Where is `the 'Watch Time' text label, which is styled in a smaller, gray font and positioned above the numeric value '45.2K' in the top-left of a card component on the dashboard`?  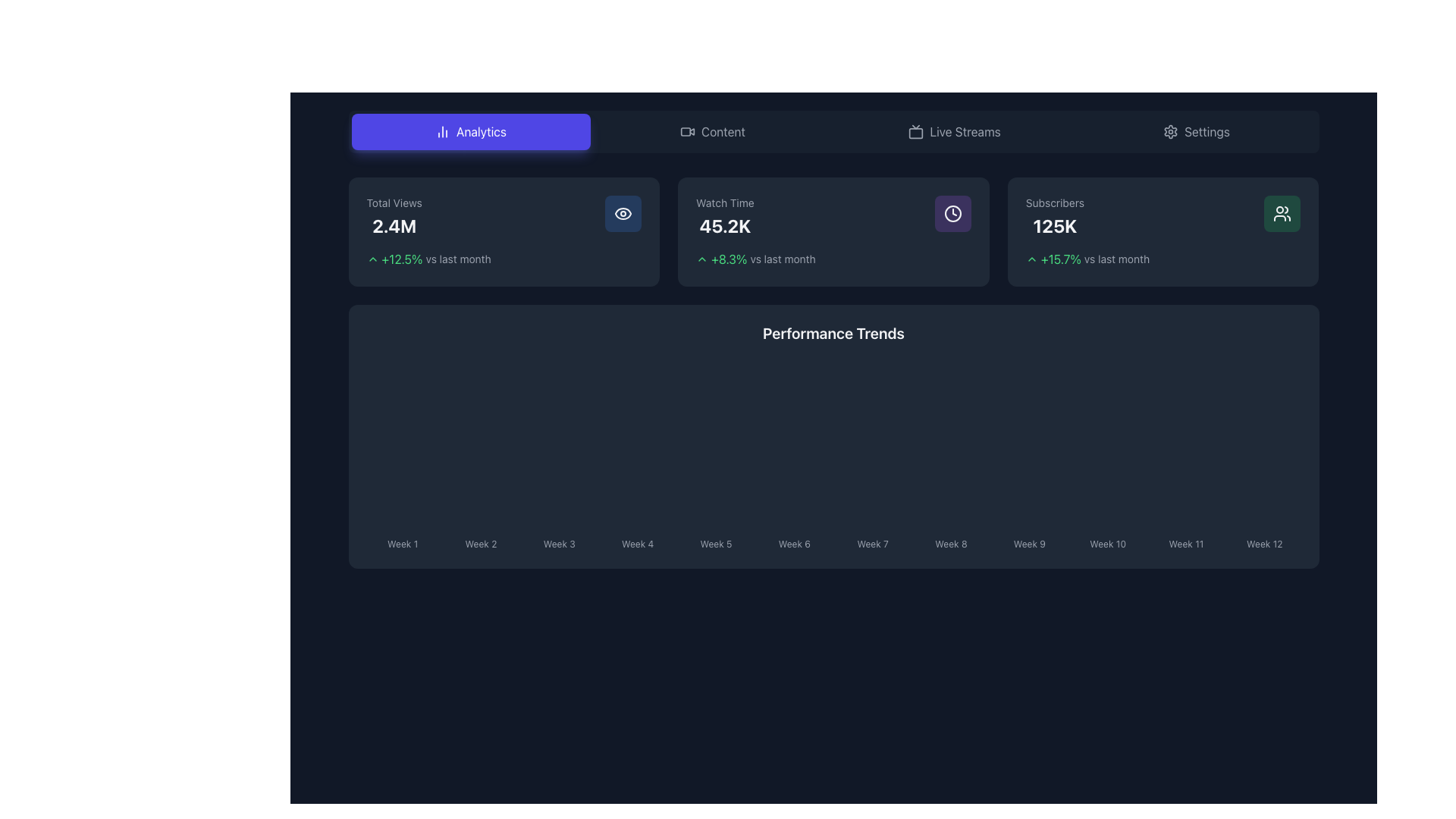 the 'Watch Time' text label, which is styled in a smaller, gray font and positioned above the numeric value '45.2K' in the top-left of a card component on the dashboard is located at coordinates (724, 202).